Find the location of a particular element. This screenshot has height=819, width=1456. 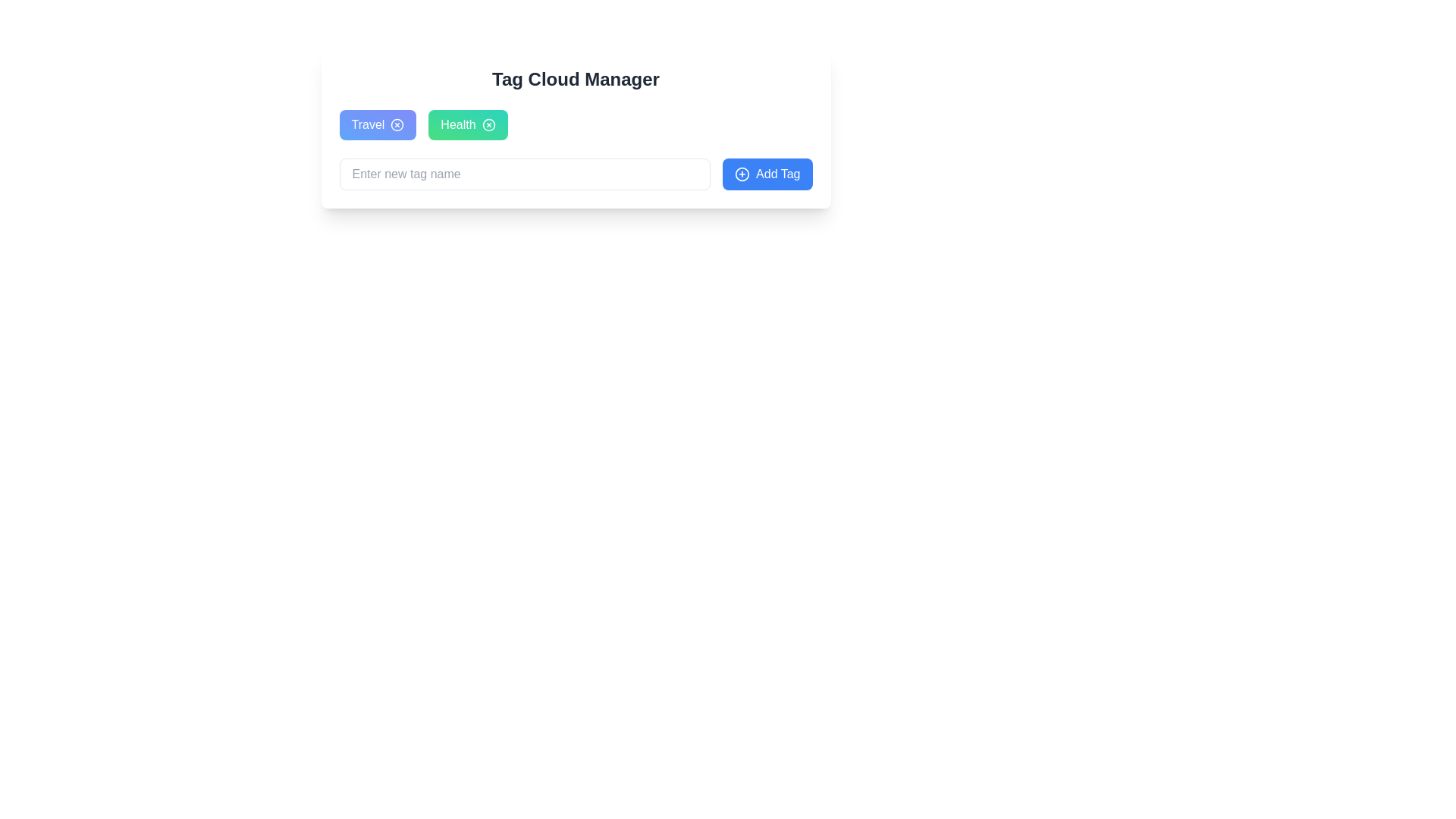

the icon button resembling a circle with a cross inside is located at coordinates (397, 124).